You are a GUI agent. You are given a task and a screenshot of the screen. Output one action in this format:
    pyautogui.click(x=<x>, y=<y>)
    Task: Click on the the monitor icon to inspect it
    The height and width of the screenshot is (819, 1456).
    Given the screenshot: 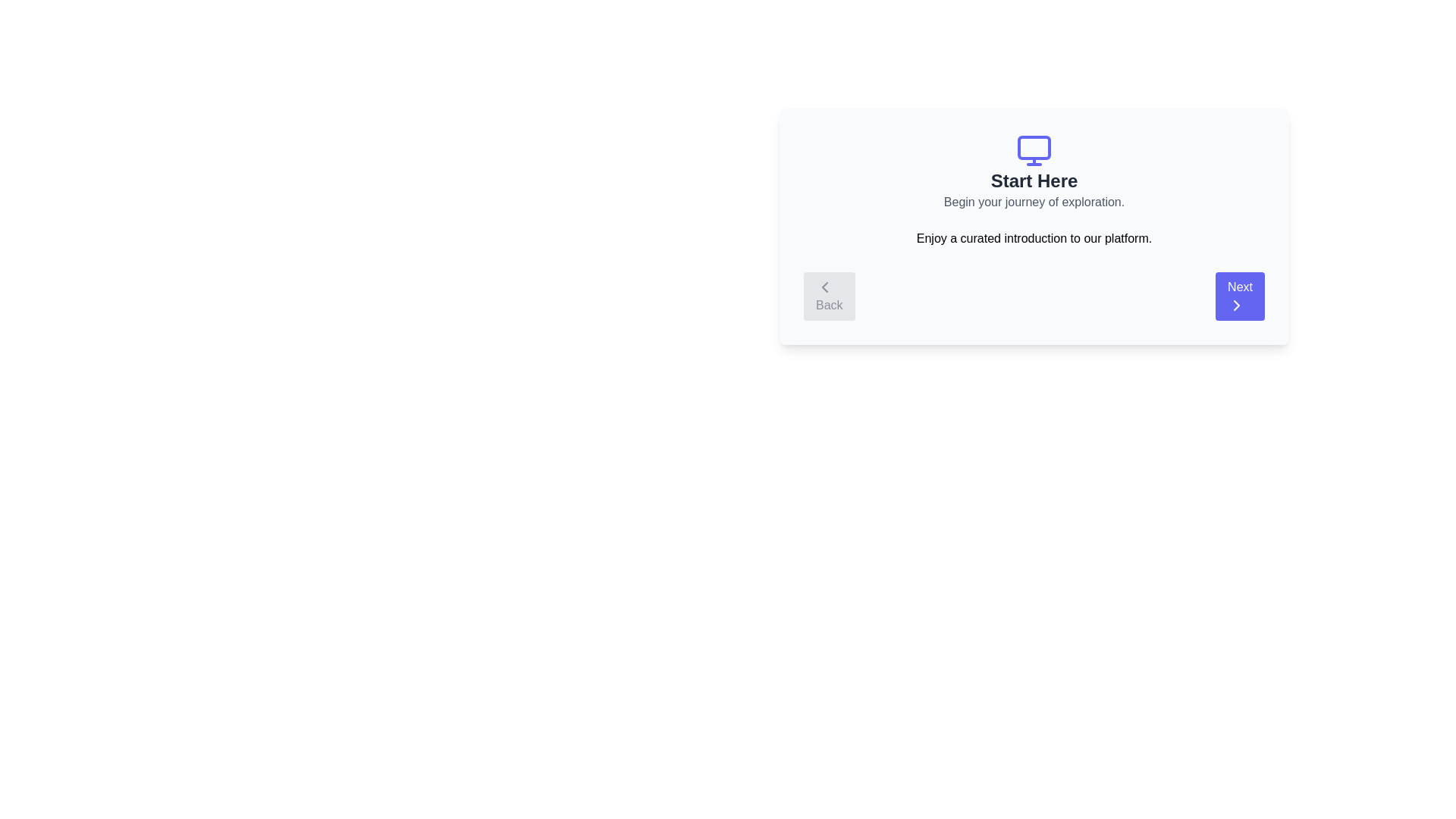 What is the action you would take?
    pyautogui.click(x=1033, y=151)
    